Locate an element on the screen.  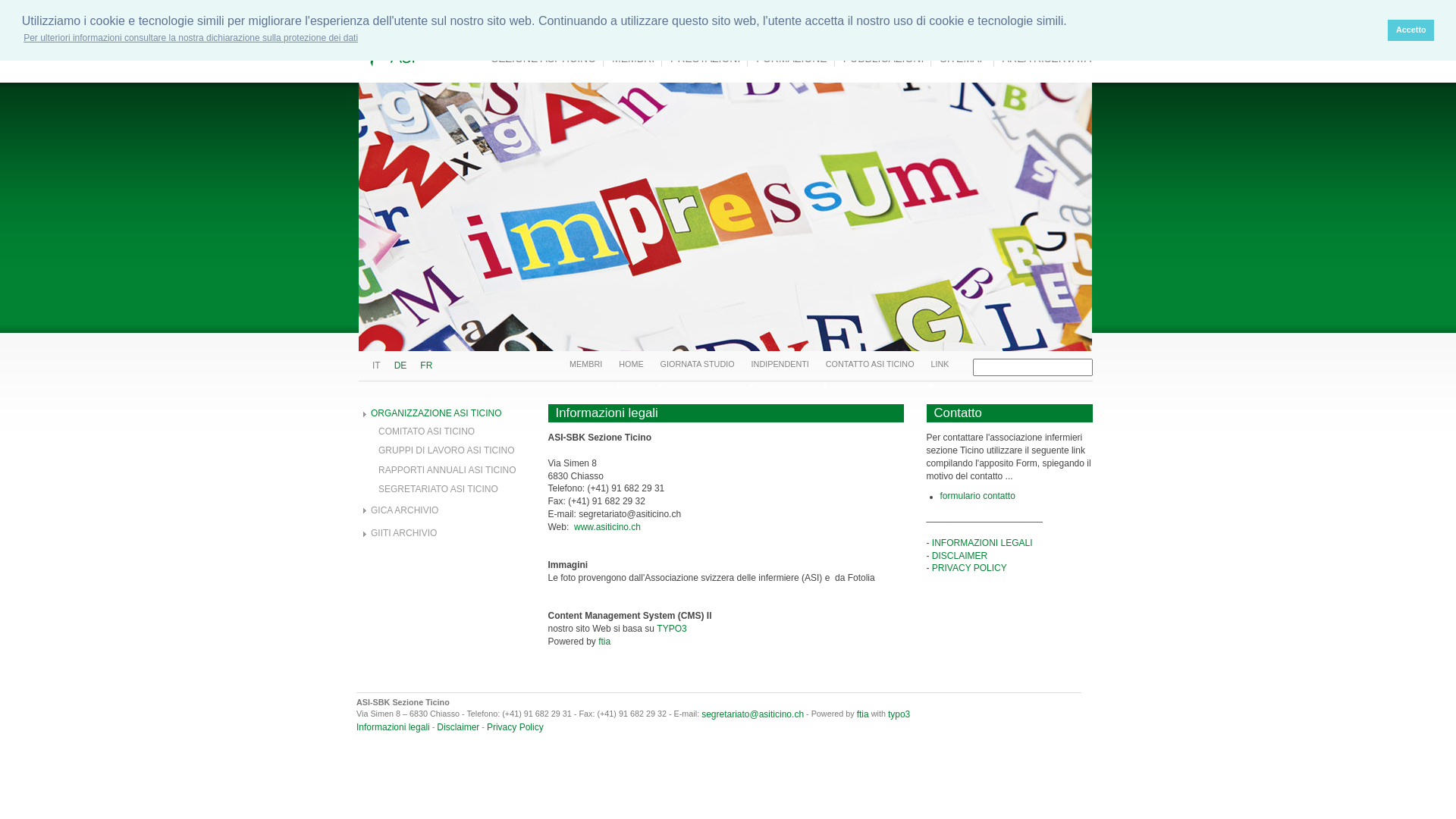
'GRUPPI DI LAVORO ASI TICINO' is located at coordinates (446, 450).